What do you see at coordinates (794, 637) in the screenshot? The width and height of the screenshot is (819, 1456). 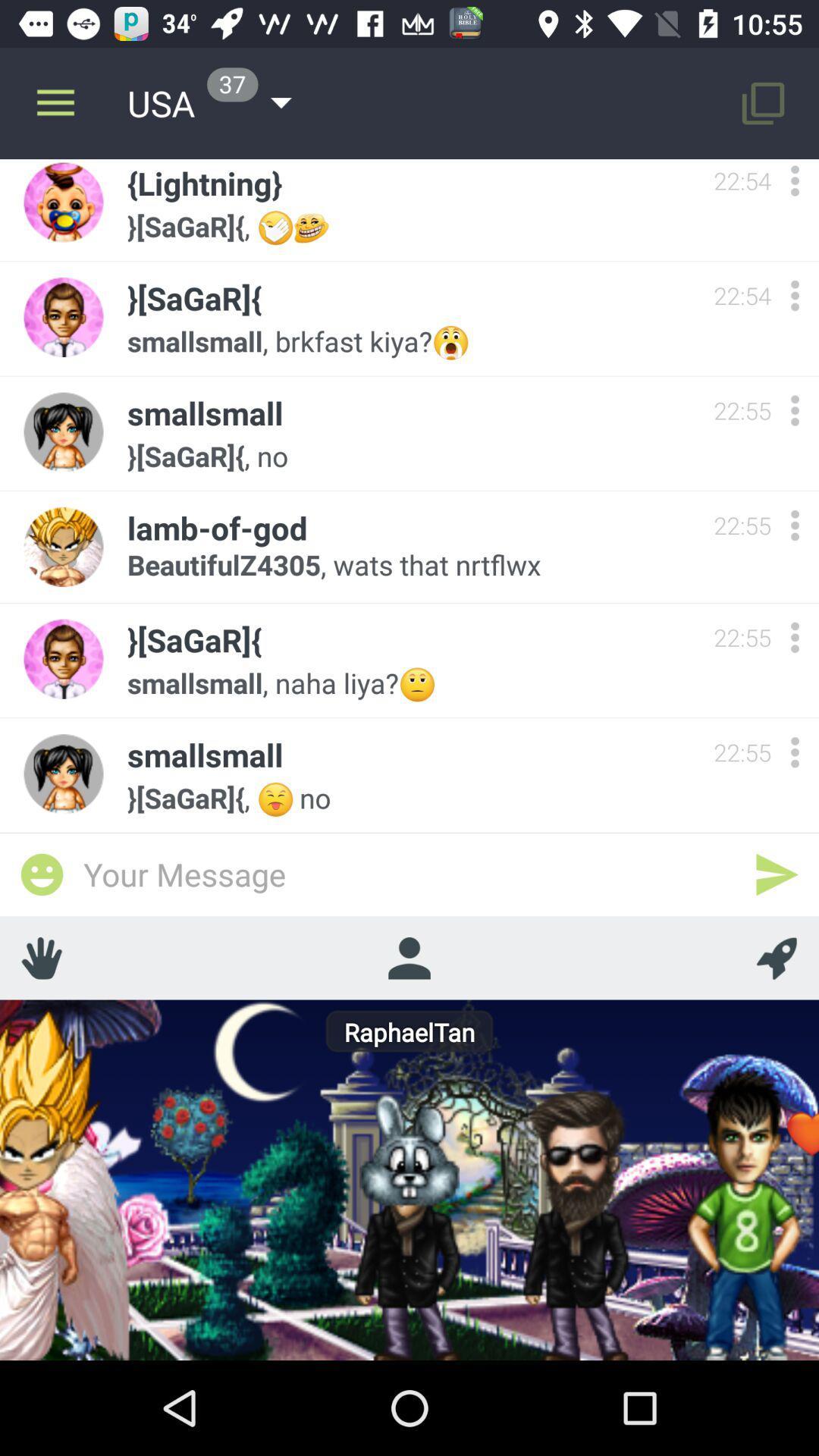 I see `more informations` at bounding box center [794, 637].